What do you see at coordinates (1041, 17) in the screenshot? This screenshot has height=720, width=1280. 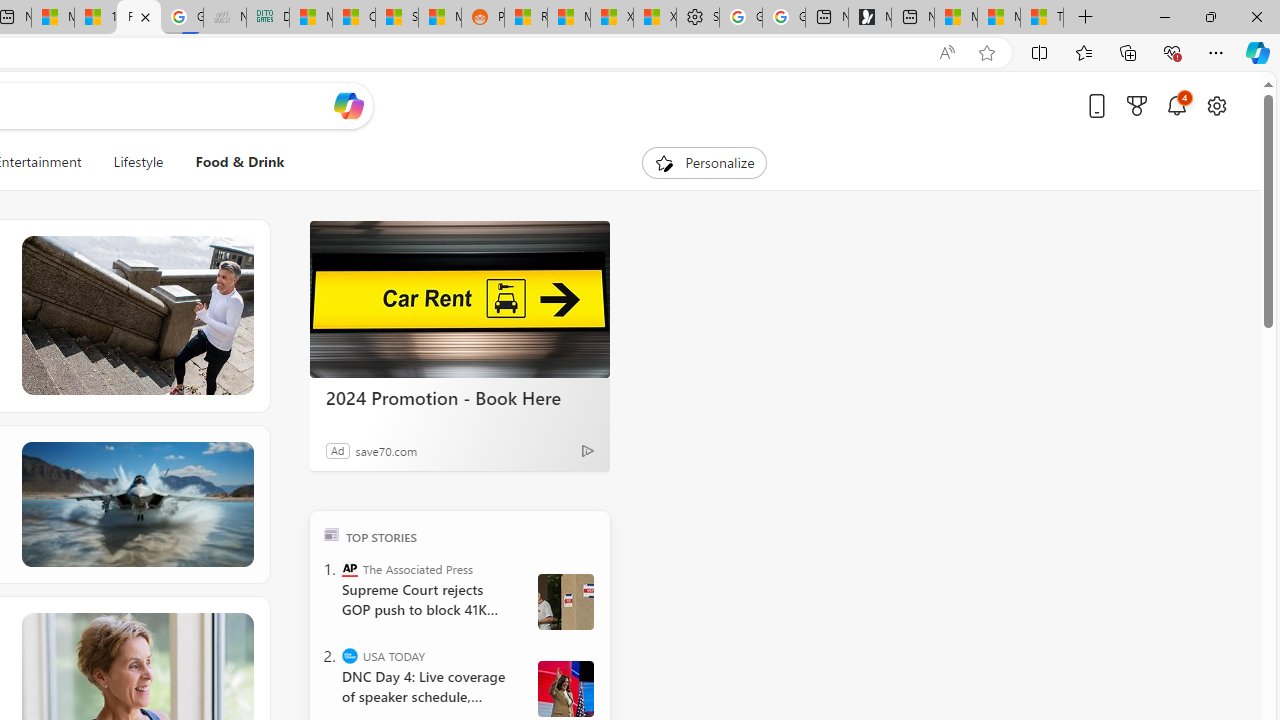 I see `'These 3 Stocks Pay You More Than 5% to Own Them'` at bounding box center [1041, 17].